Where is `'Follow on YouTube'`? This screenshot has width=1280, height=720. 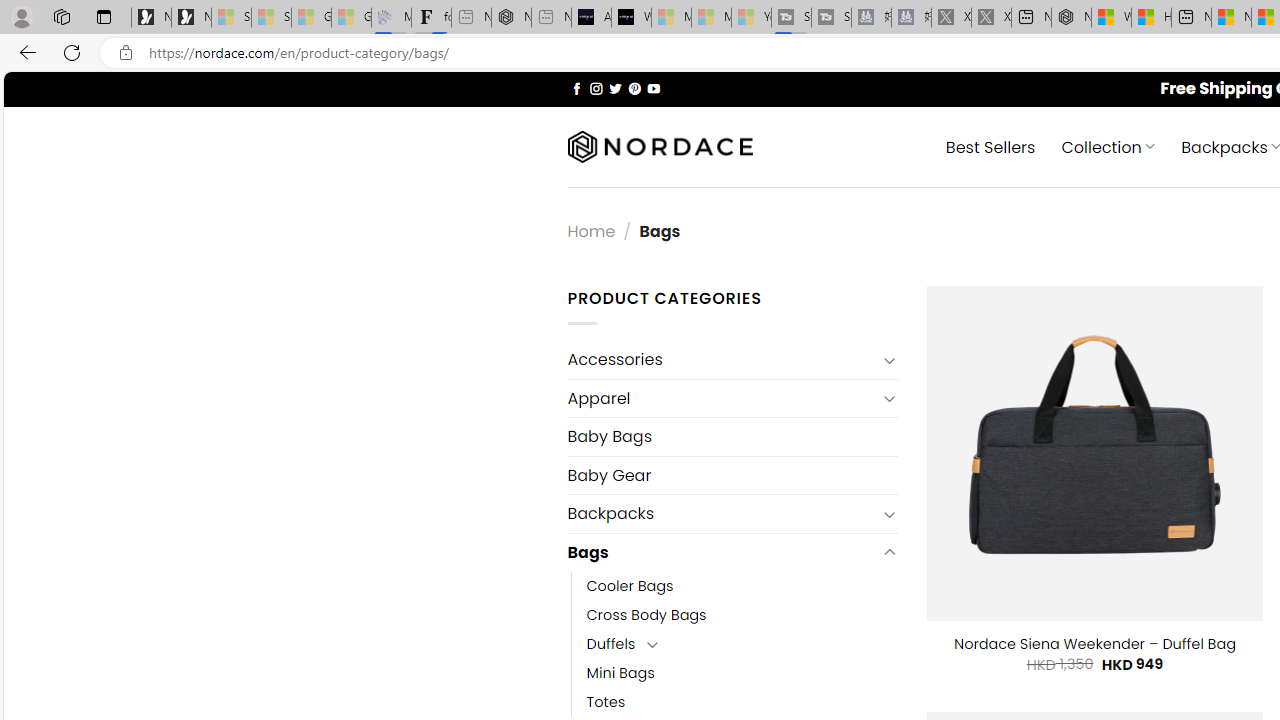 'Follow on YouTube' is located at coordinates (653, 87).